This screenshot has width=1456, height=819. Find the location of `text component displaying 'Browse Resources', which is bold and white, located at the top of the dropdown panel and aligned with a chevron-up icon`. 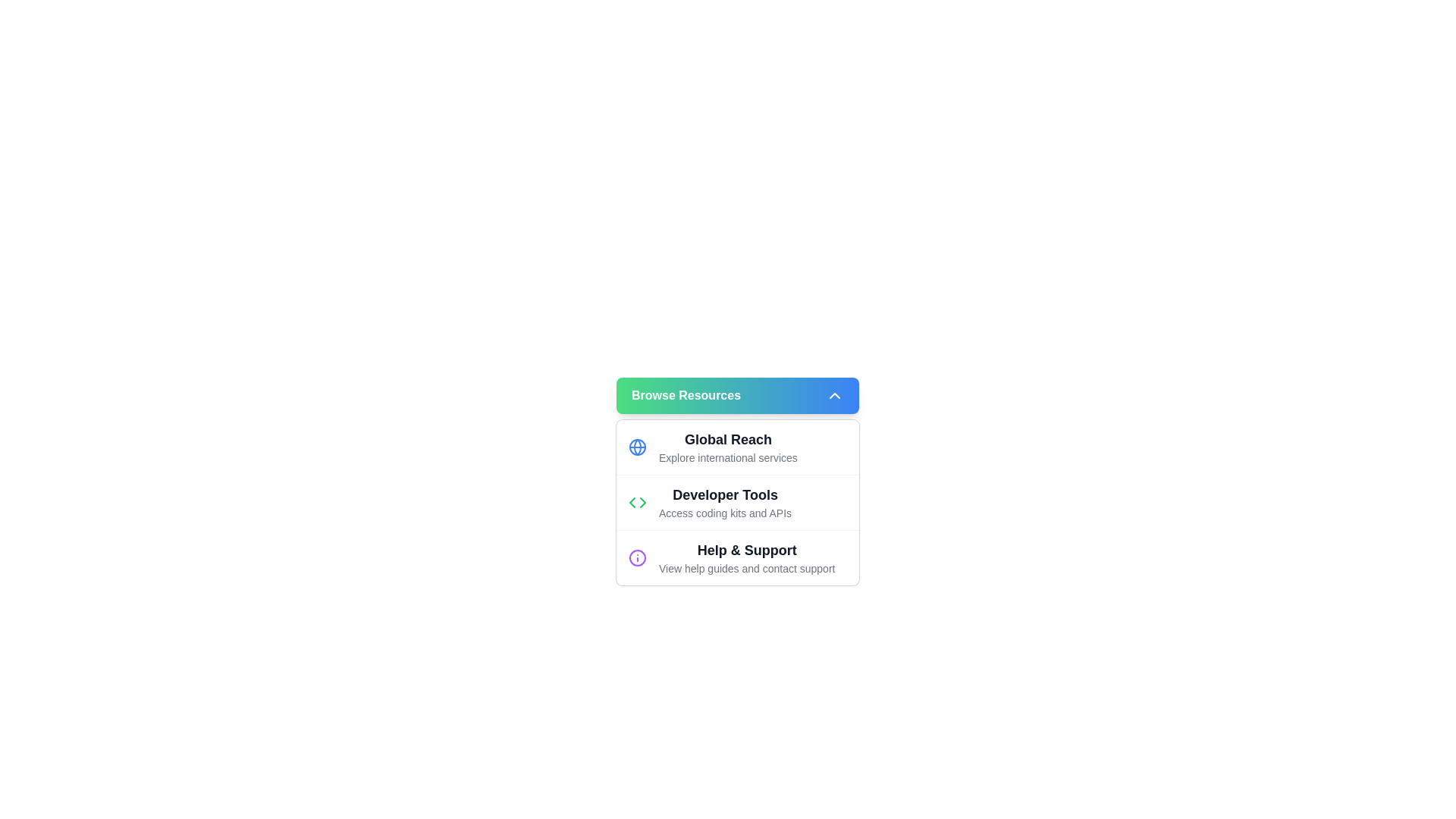

text component displaying 'Browse Resources', which is bold and white, located at the top of the dropdown panel and aligned with a chevron-up icon is located at coordinates (686, 394).